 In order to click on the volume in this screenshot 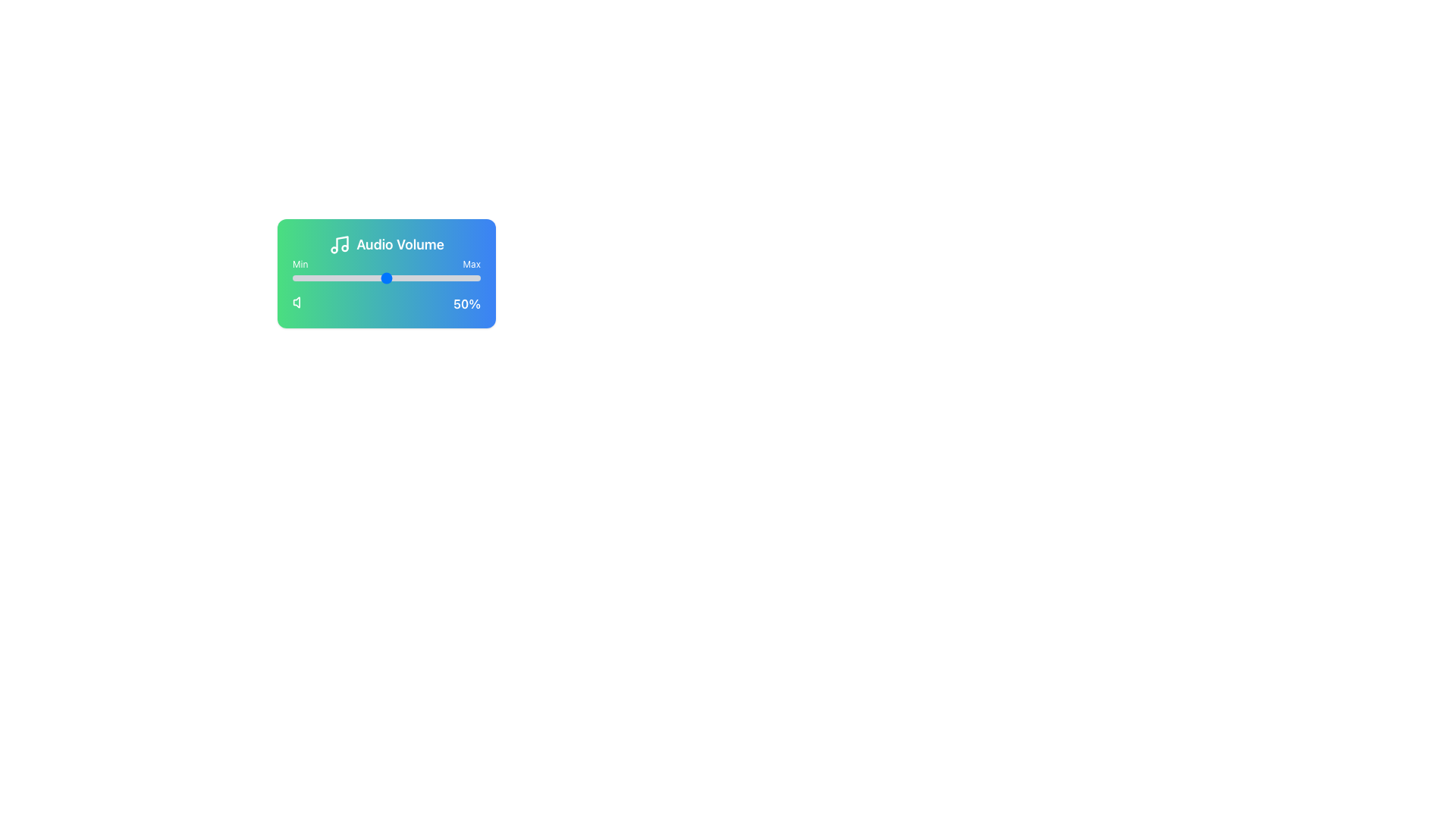, I will do `click(298, 278)`.